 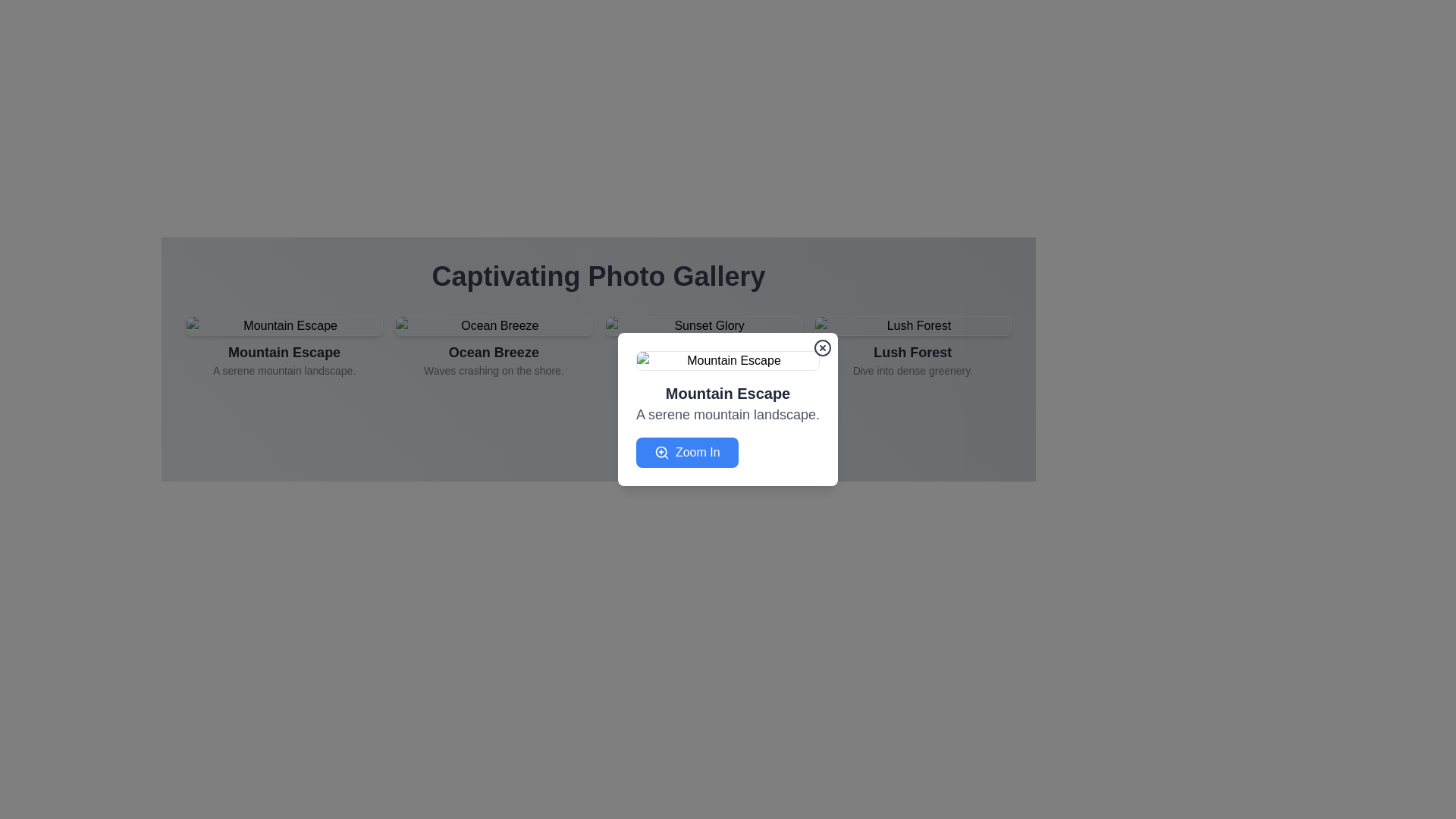 What do you see at coordinates (686, 452) in the screenshot?
I see `the zoom-in button located at the bottom of the 'Mountain Escape' dialog box` at bounding box center [686, 452].